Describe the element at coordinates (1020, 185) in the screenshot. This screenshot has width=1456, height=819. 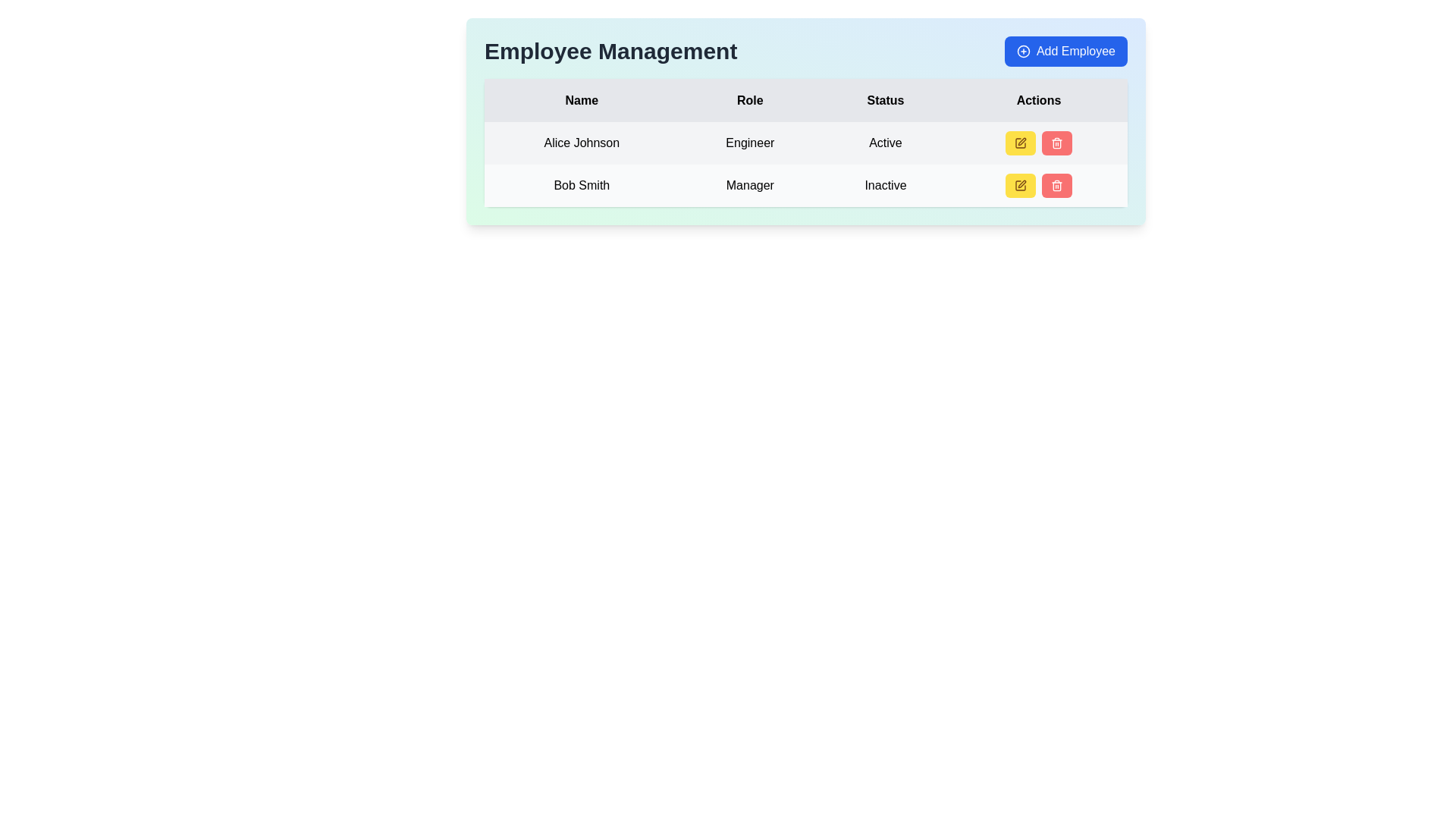
I see `the edit button located in the second row of the 'Actions' column in the 'Employee Management' section` at that location.